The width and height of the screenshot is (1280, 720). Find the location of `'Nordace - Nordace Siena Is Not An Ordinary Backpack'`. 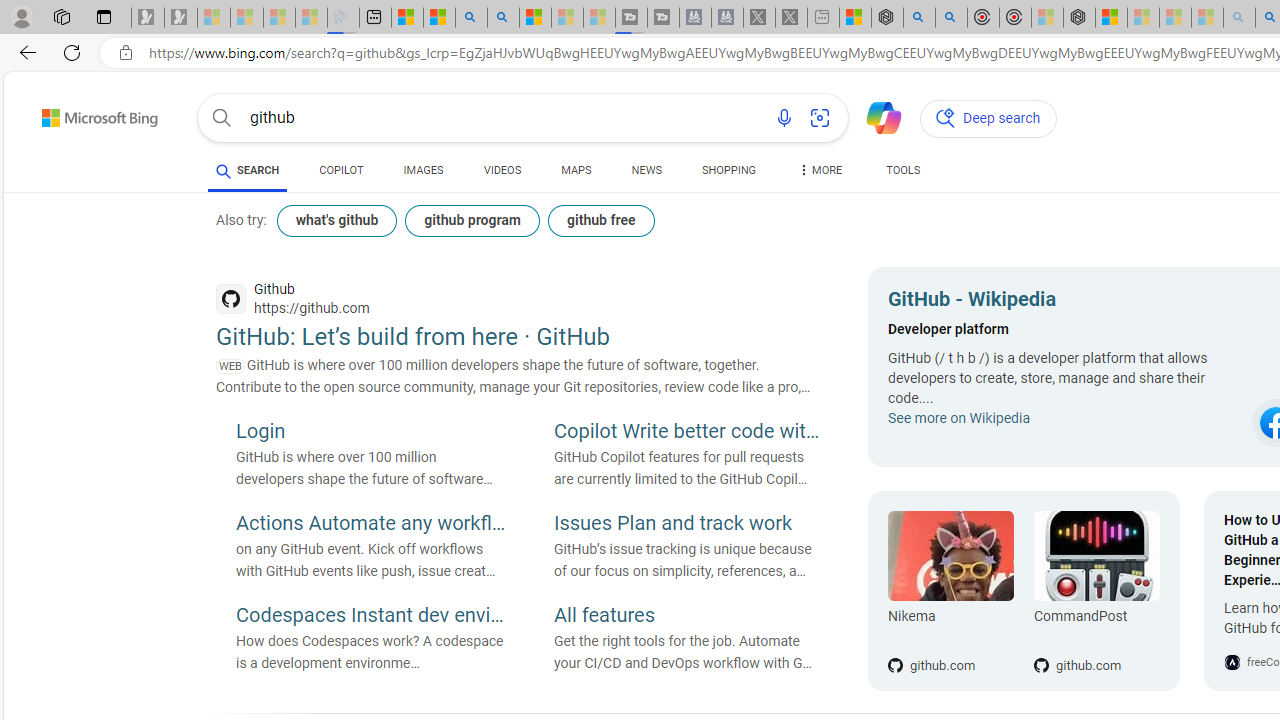

'Nordace - Nordace Siena Is Not An Ordinary Backpack' is located at coordinates (1078, 17).